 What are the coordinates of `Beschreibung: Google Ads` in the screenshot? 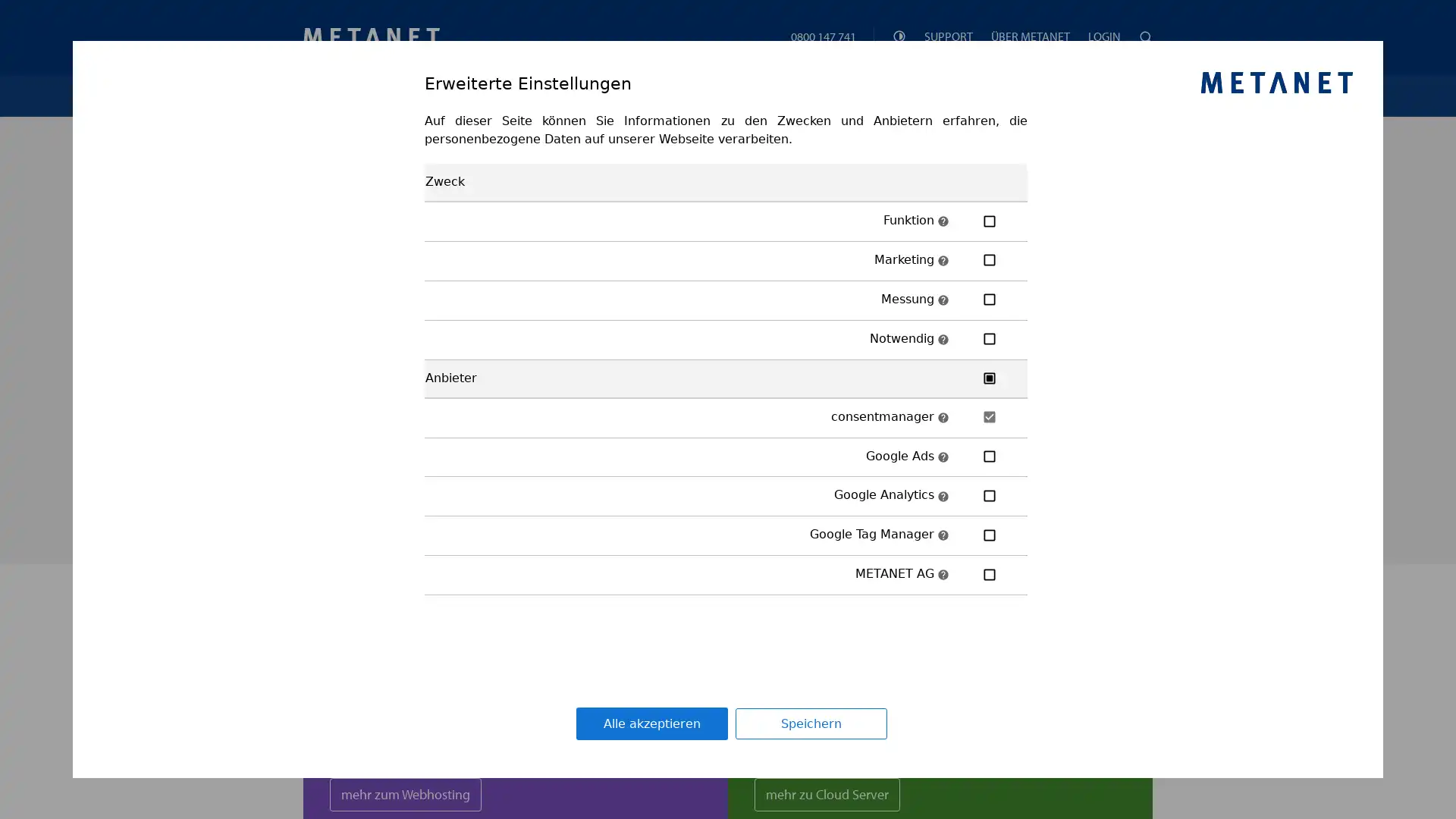 It's located at (942, 454).